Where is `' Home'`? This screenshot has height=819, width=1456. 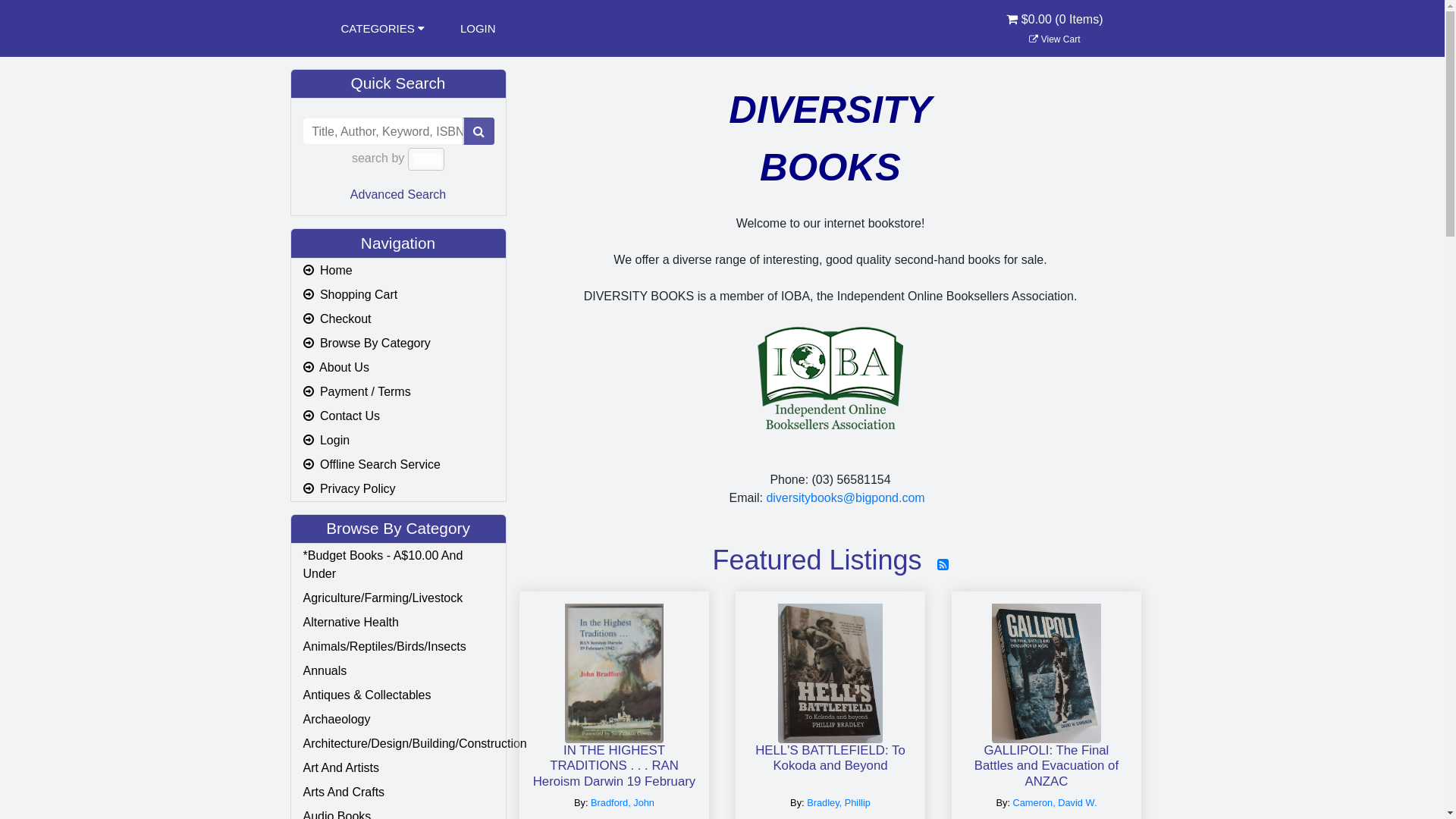 ' Home' is located at coordinates (398, 270).